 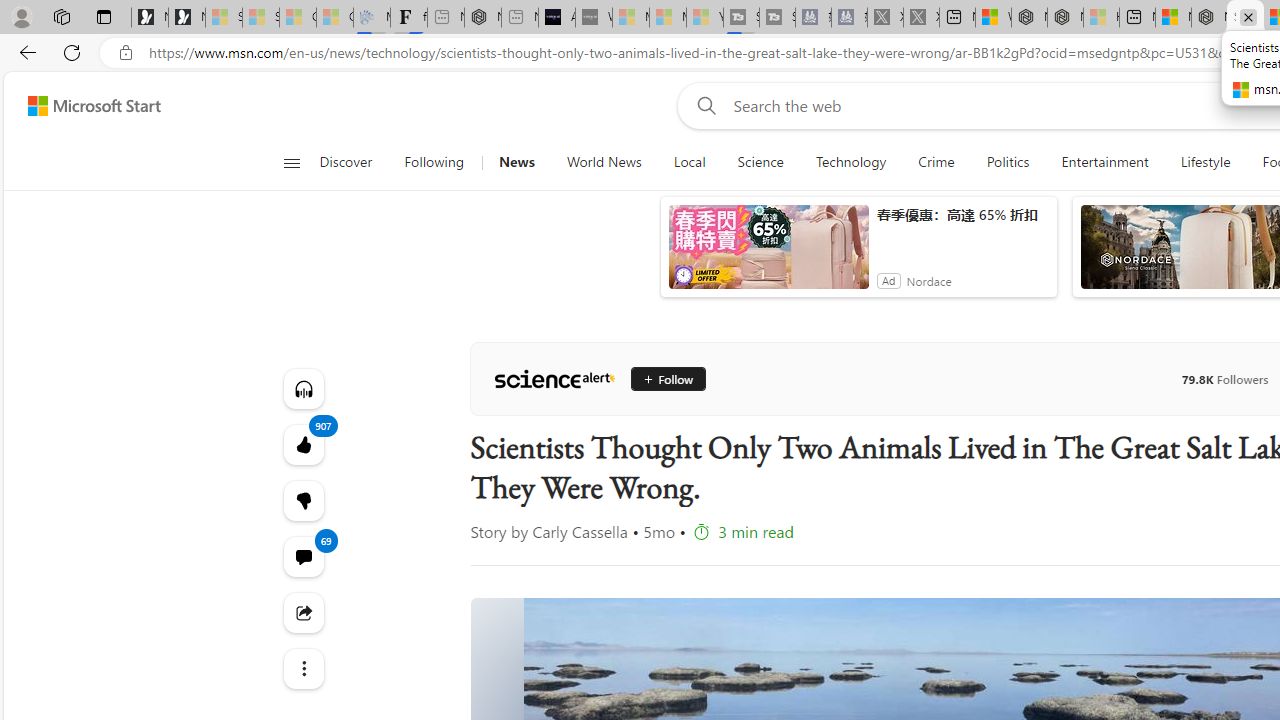 I want to click on 'View comments 69 Comment', so click(x=302, y=556).